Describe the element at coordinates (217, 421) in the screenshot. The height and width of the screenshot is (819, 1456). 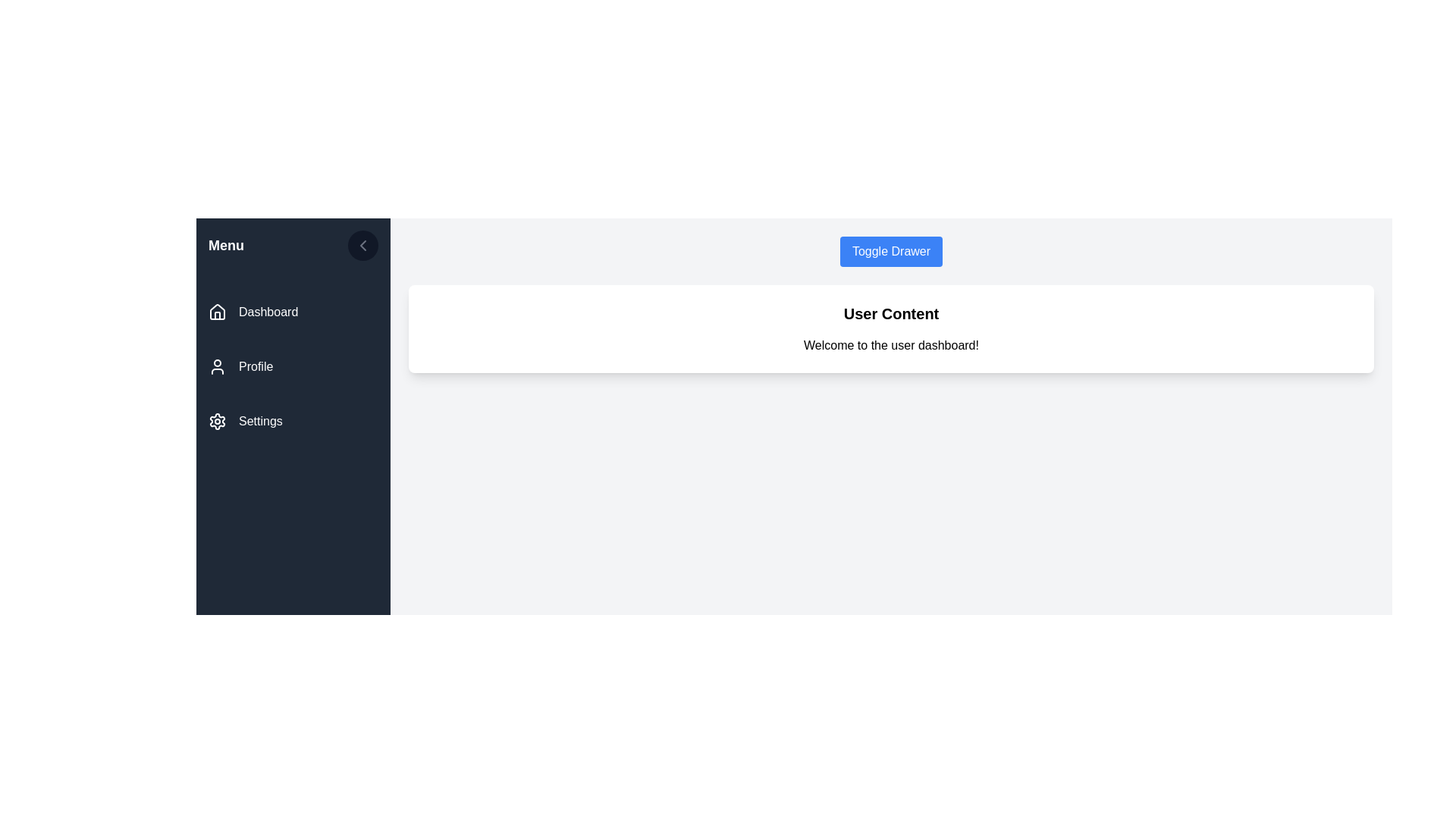
I see `the settings icon located to the left of the 'Settings' text in the third row of the vertical menu` at that location.